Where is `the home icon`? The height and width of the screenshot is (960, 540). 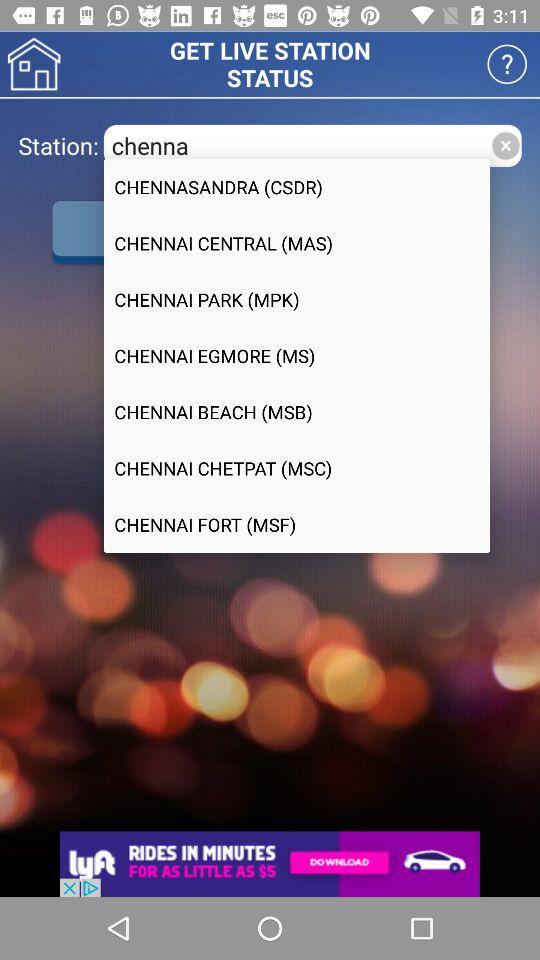 the home icon is located at coordinates (33, 64).